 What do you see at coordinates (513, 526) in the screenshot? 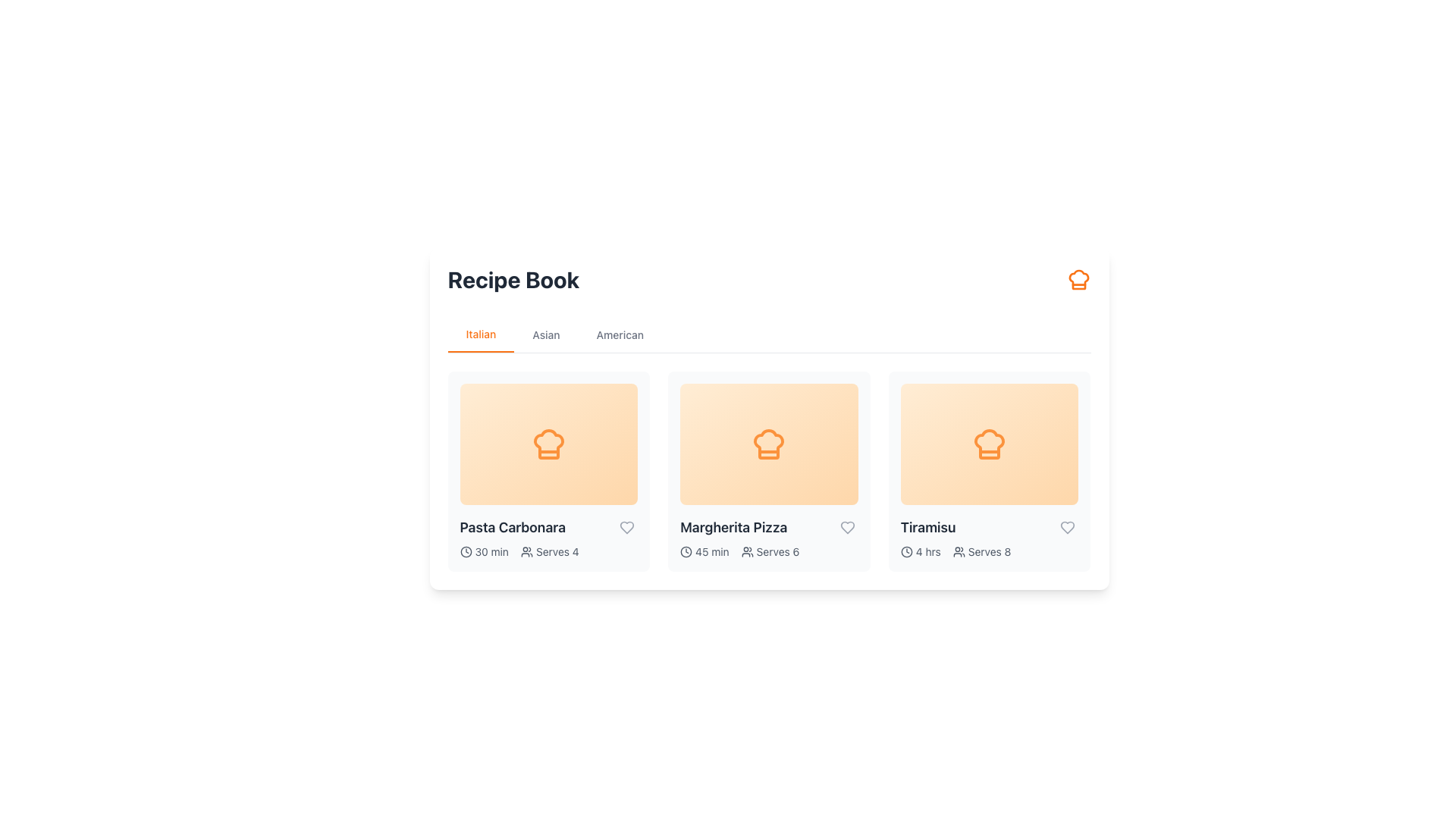
I see `text label displaying 'Pasta Carbonara' which is styled with a large, bold font in dark gray color, located under the orange dish icon within the first card on the left in the 'Italian' section` at bounding box center [513, 526].